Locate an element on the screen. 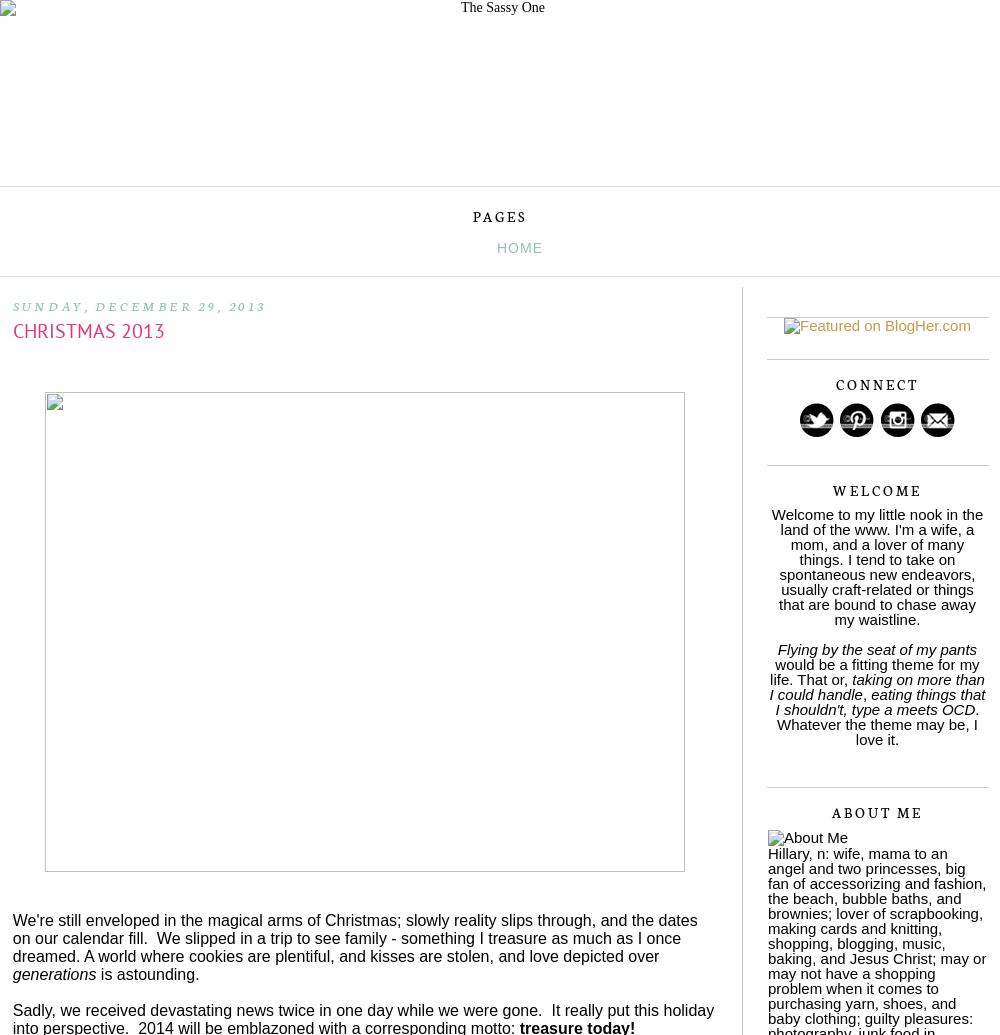 This screenshot has height=1035, width=1000. 'Welcome' is located at coordinates (832, 489).